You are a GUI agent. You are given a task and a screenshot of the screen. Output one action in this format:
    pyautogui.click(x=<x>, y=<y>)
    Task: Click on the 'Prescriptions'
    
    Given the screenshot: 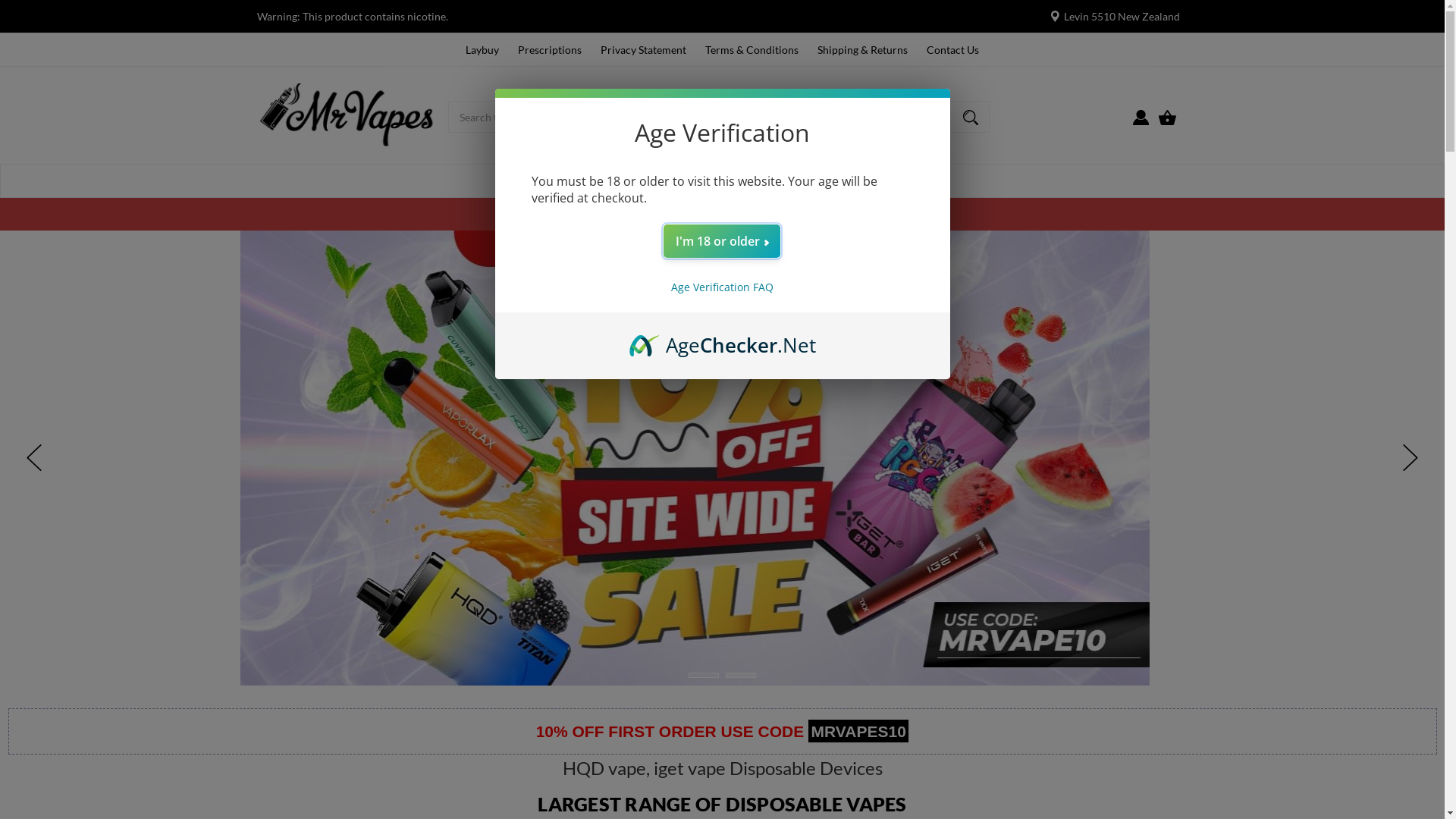 What is the action you would take?
    pyautogui.click(x=548, y=49)
    